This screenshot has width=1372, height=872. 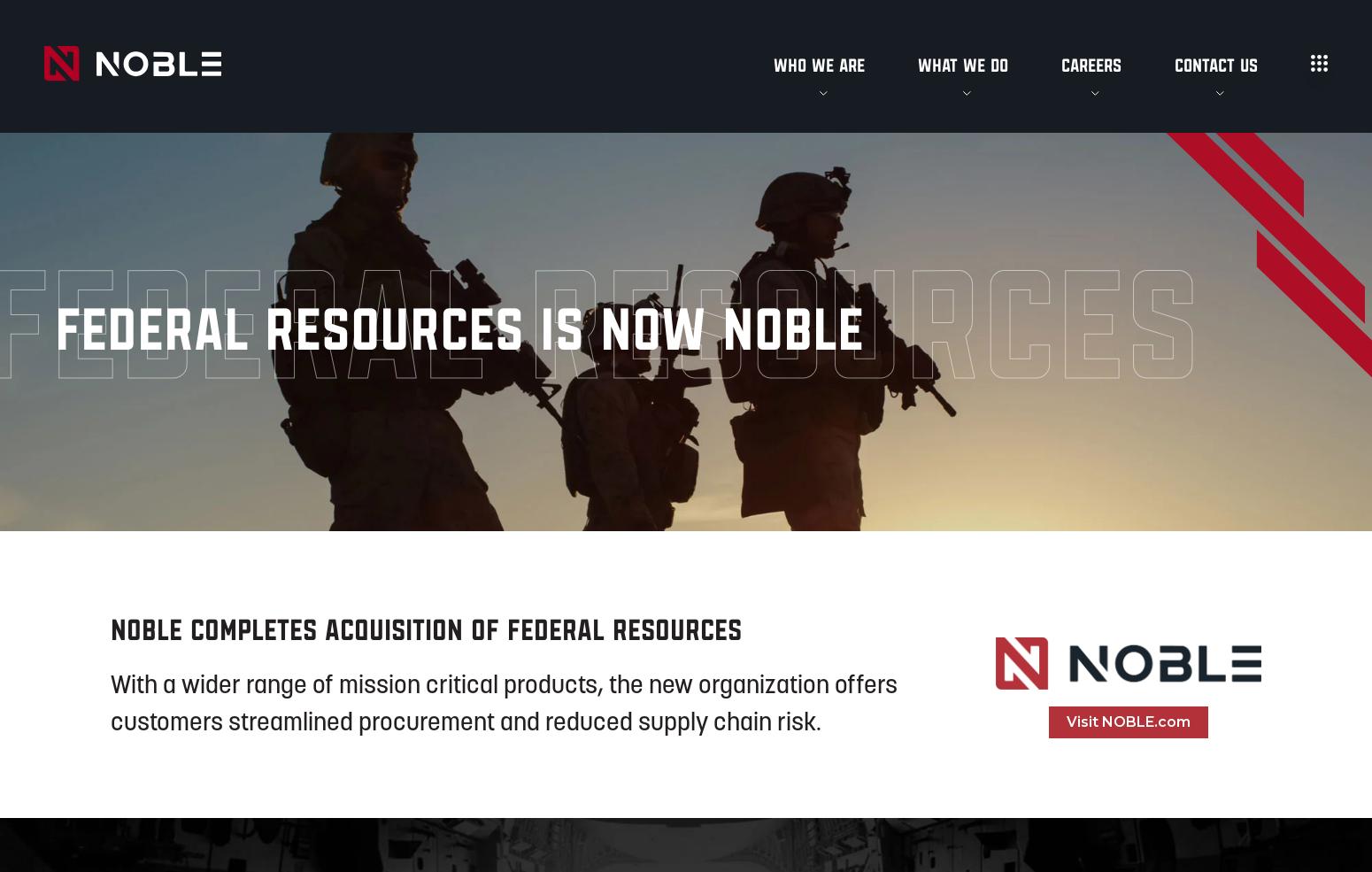 I want to click on 'Open
                                Positions', so click(x=1091, y=132).